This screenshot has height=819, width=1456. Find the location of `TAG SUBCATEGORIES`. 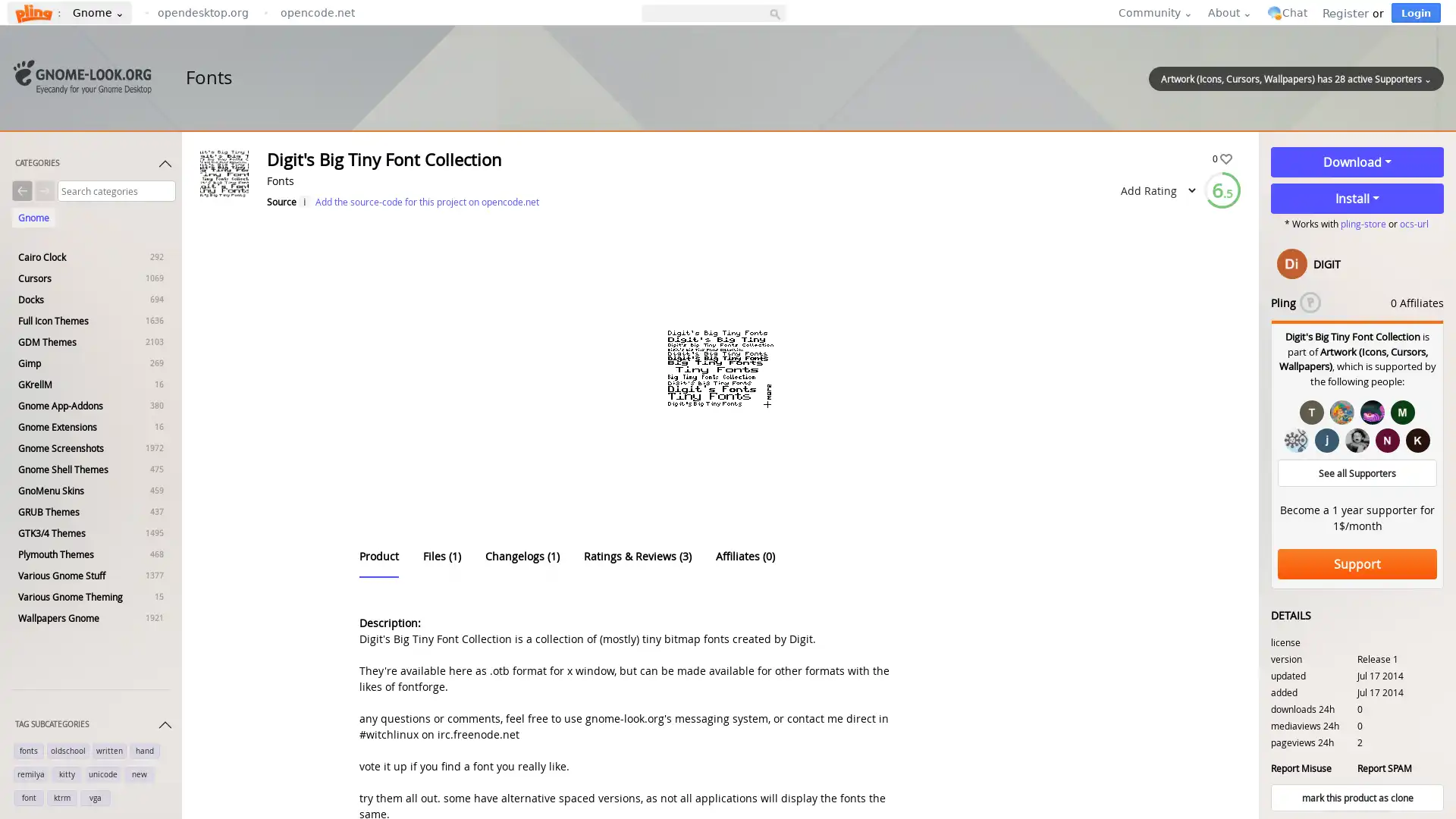

TAG SUBCATEGORIES is located at coordinates (93, 727).